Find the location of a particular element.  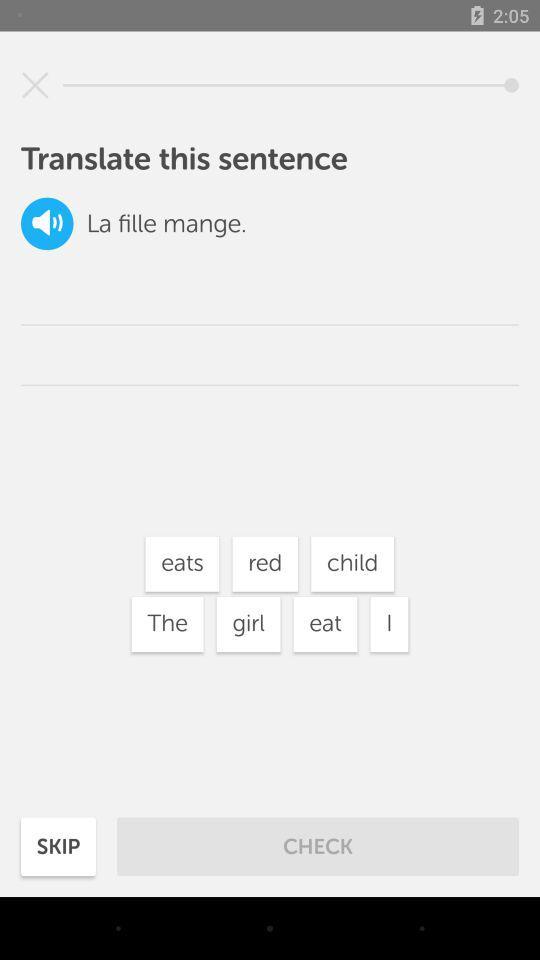

white box with text red is located at coordinates (265, 564).